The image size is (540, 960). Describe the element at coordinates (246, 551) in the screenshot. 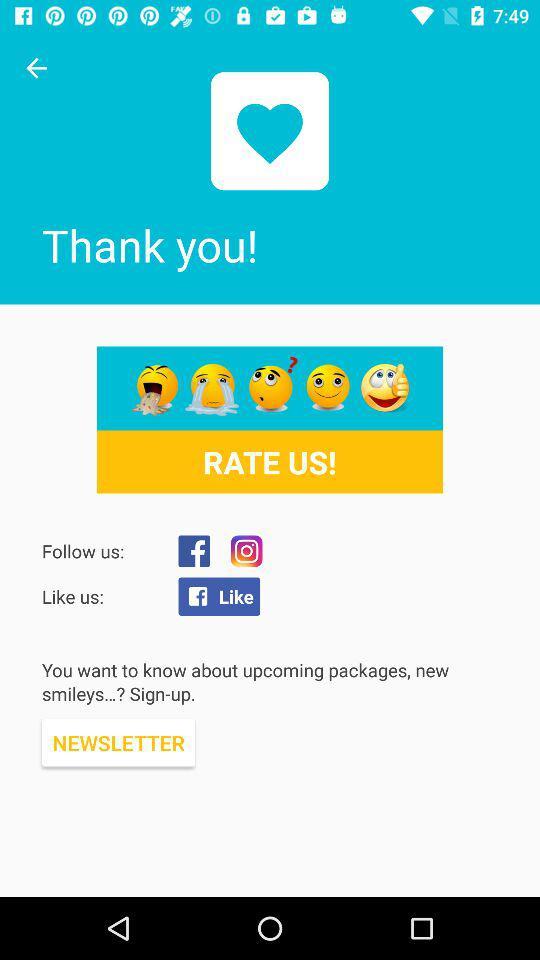

I see `instagram` at that location.